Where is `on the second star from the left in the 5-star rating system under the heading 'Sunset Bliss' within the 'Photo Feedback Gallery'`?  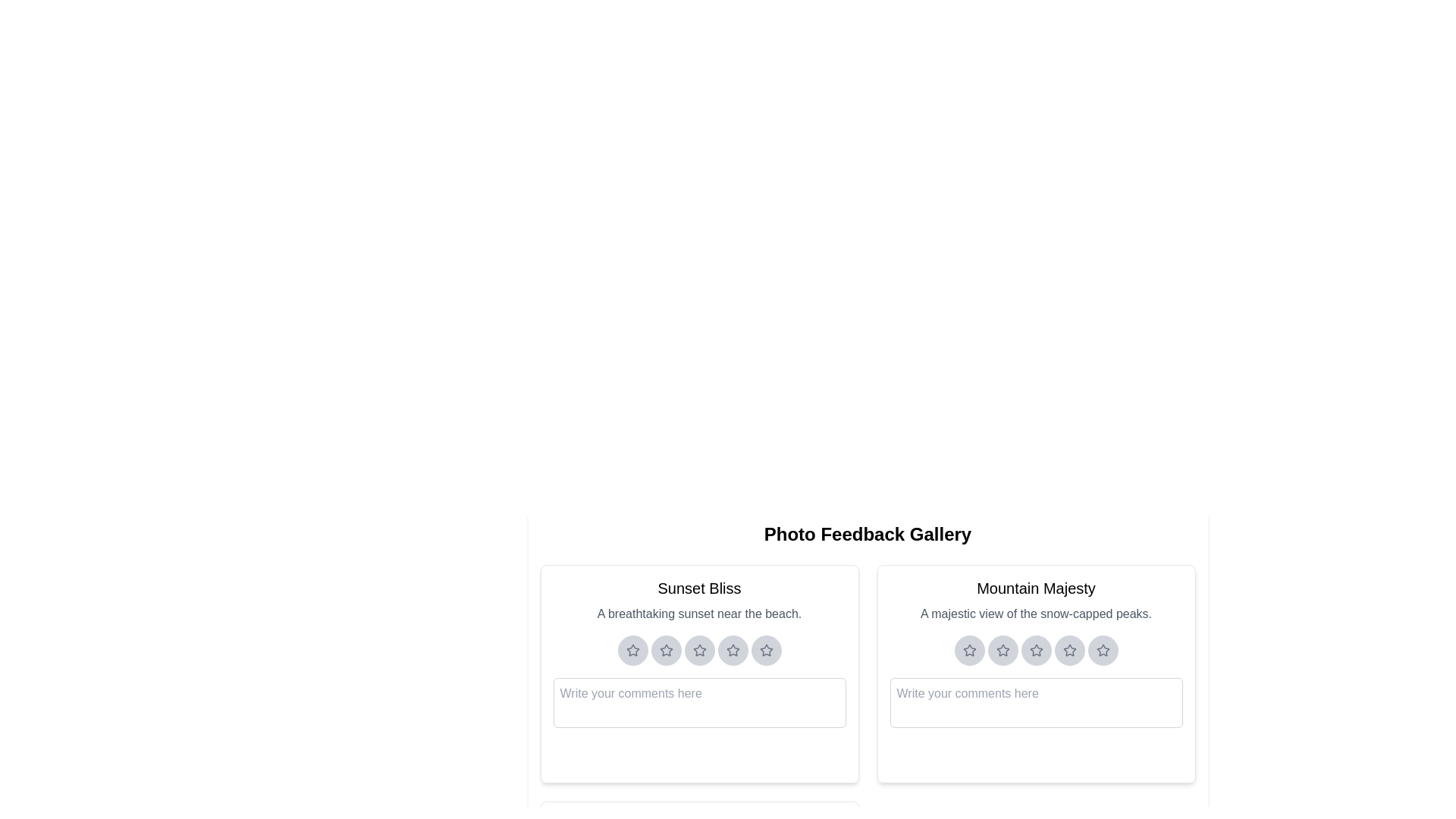
on the second star from the left in the 5-star rating system under the heading 'Sunset Bliss' within the 'Photo Feedback Gallery' is located at coordinates (666, 649).